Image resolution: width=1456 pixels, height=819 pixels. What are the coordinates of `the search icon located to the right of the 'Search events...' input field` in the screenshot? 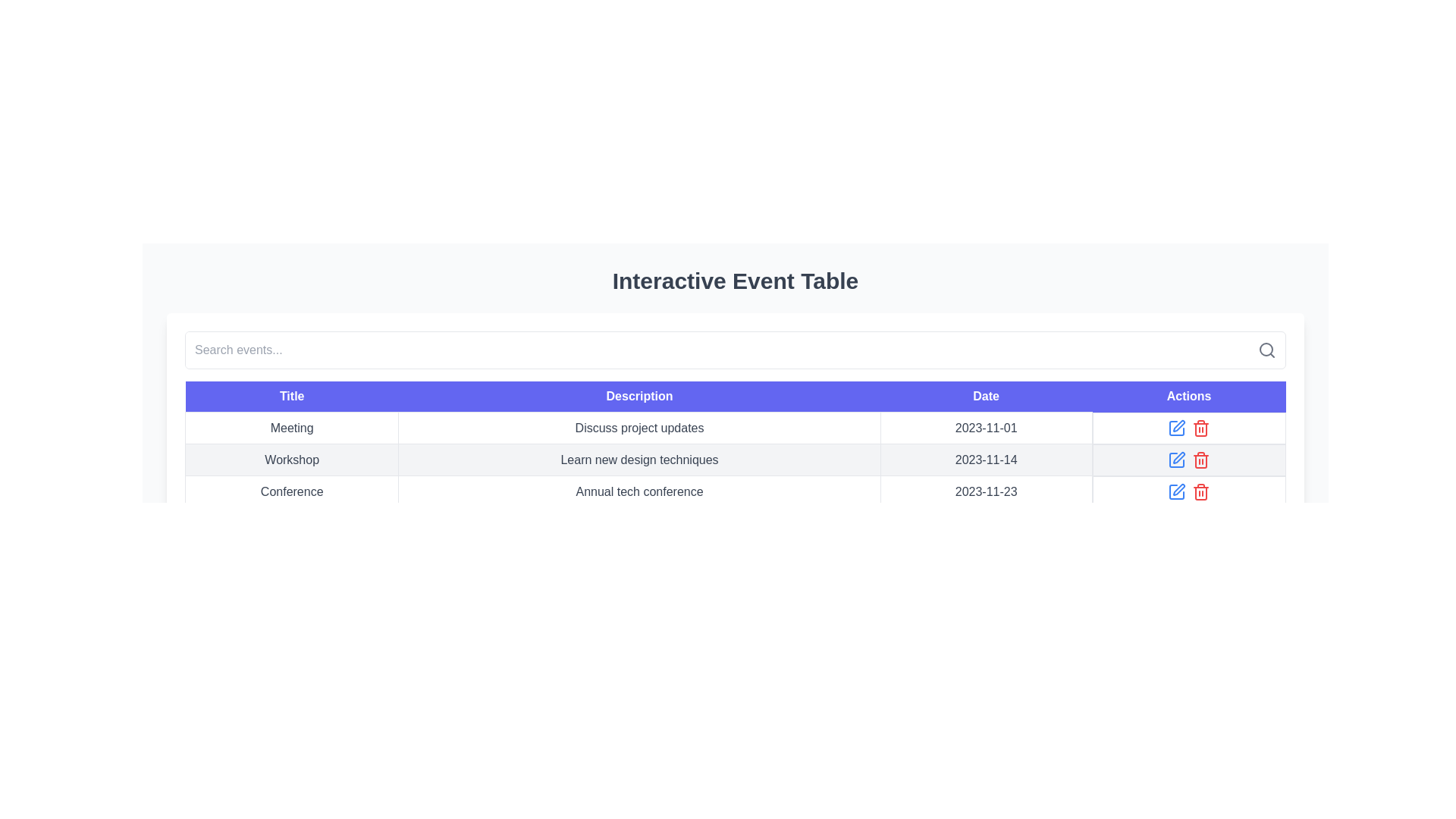 It's located at (1266, 350).